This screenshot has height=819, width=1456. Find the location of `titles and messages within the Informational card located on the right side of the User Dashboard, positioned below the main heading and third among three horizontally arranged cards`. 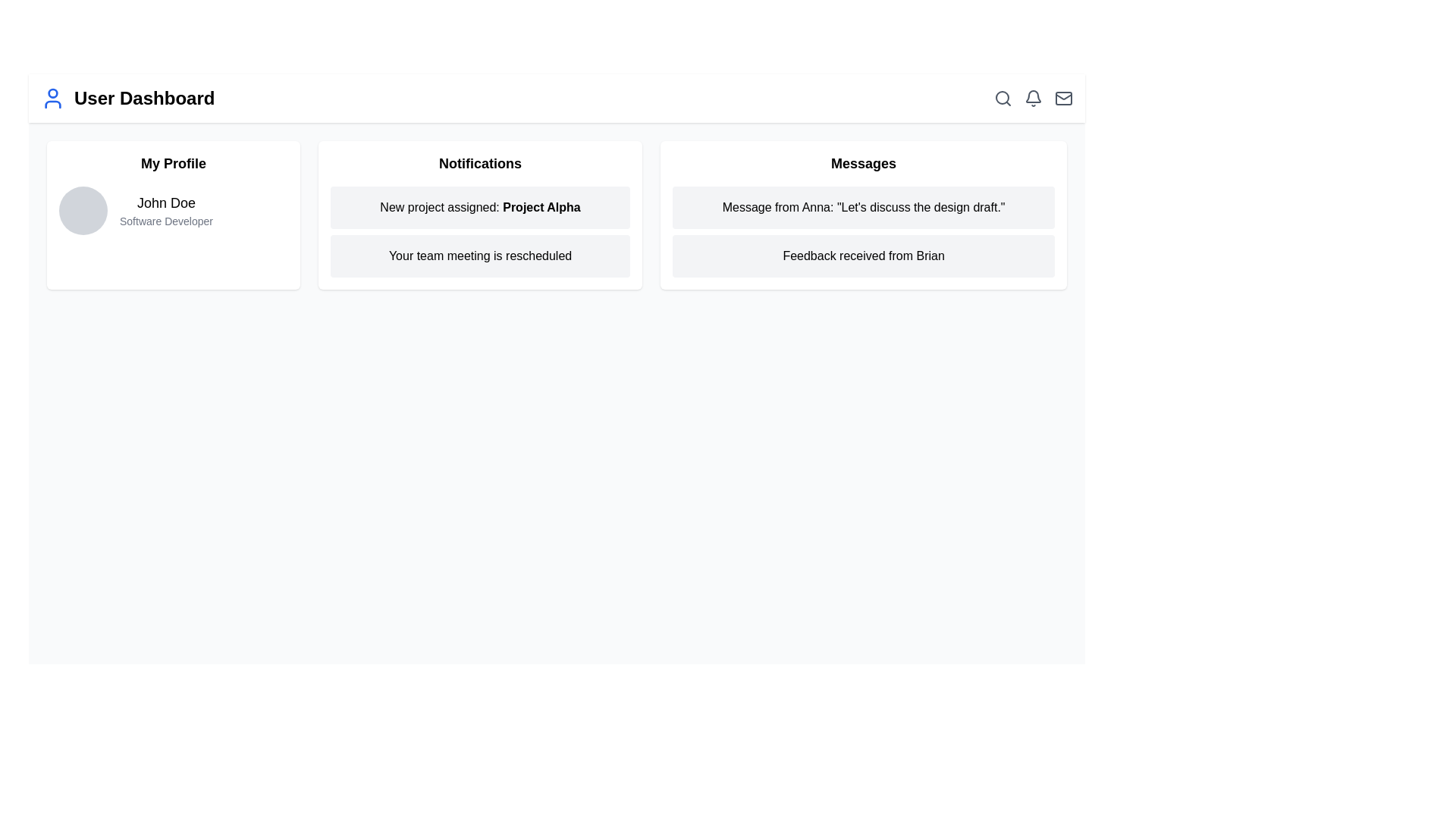

titles and messages within the Informational card located on the right side of the User Dashboard, positioned below the main heading and third among three horizontally arranged cards is located at coordinates (864, 215).